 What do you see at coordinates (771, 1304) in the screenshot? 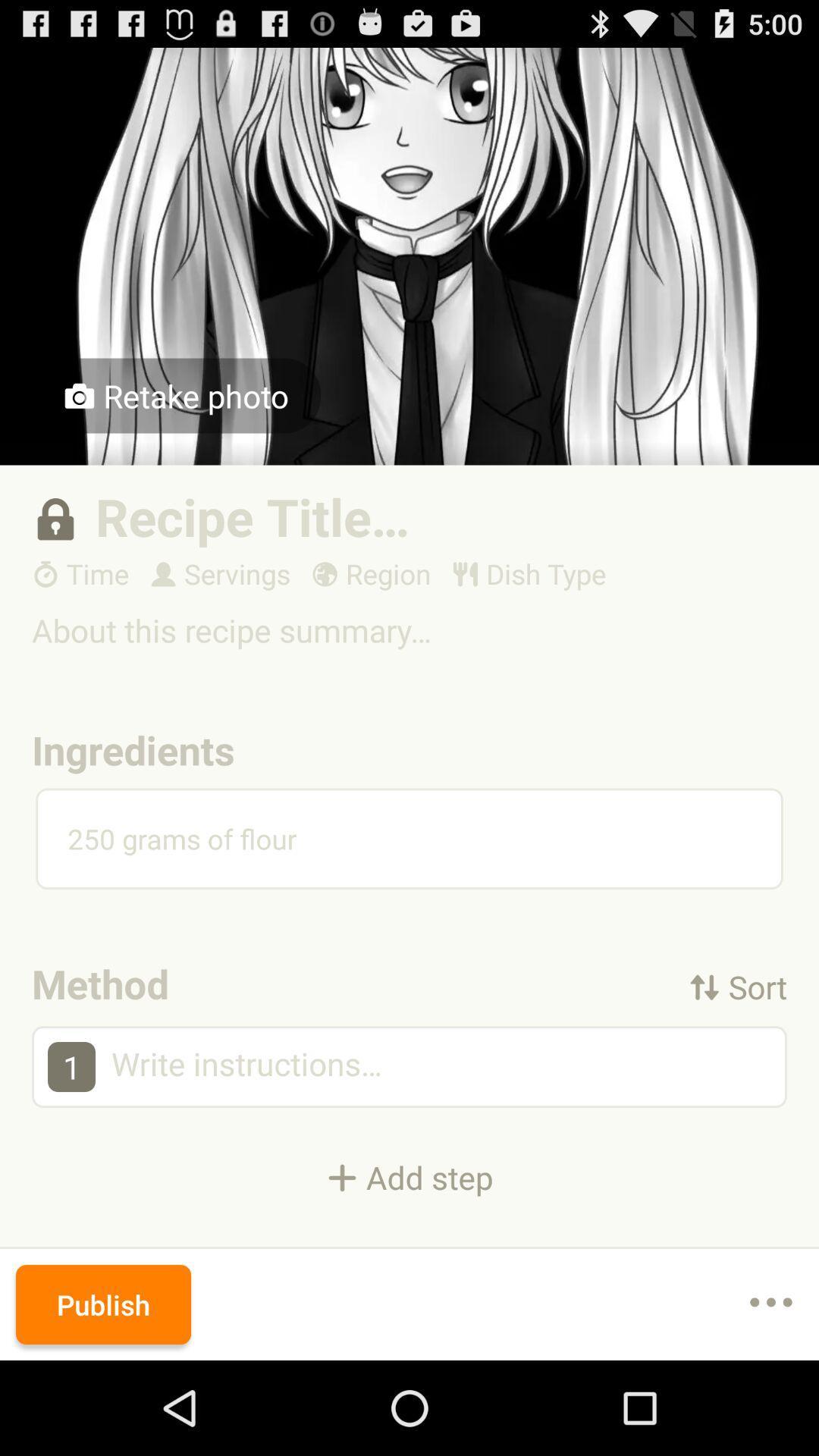
I see `the icon next to the publish icon` at bounding box center [771, 1304].